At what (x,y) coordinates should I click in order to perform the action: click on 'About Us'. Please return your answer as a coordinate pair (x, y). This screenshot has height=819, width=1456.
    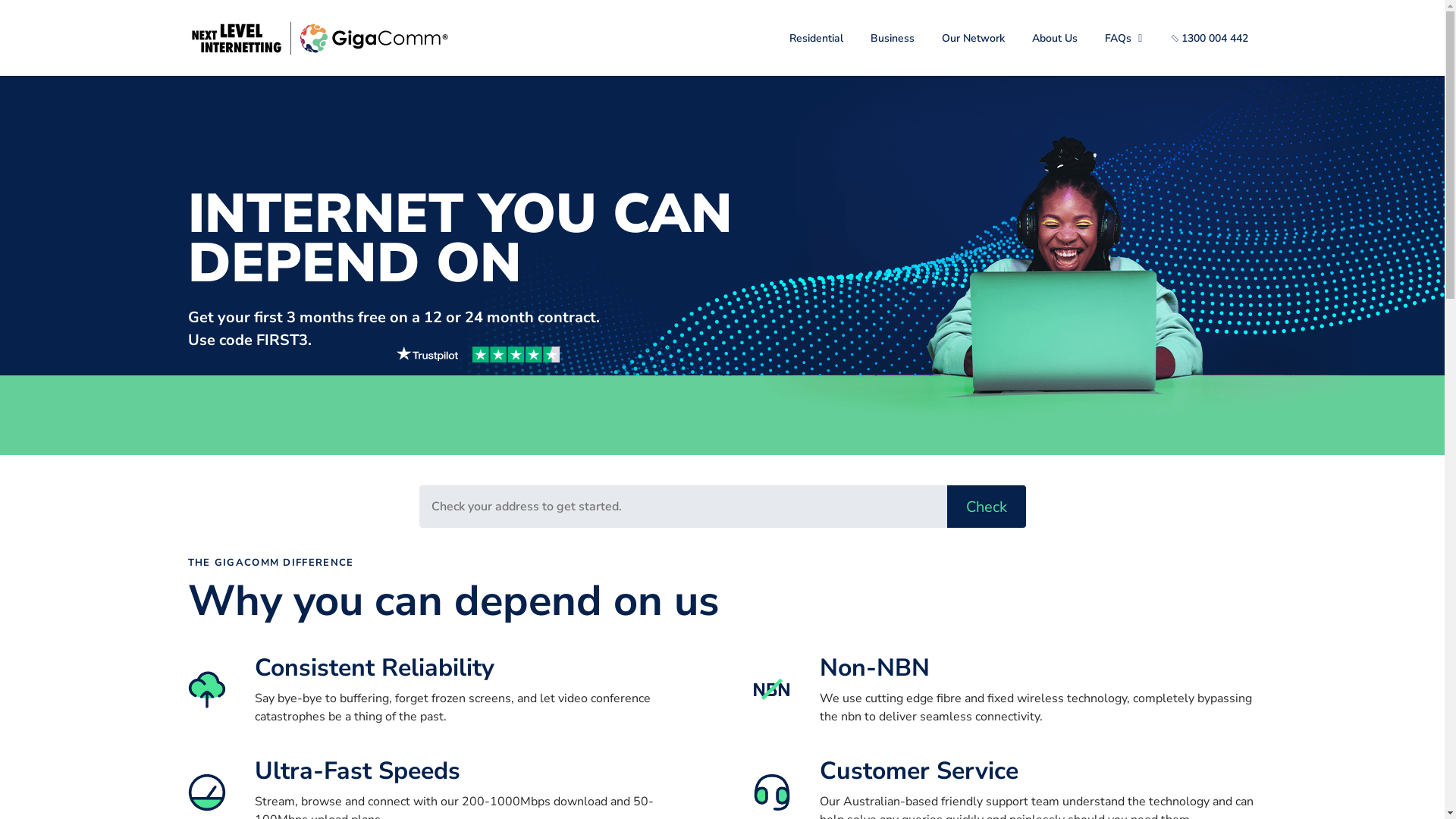
    Looking at the image, I should click on (1054, 36).